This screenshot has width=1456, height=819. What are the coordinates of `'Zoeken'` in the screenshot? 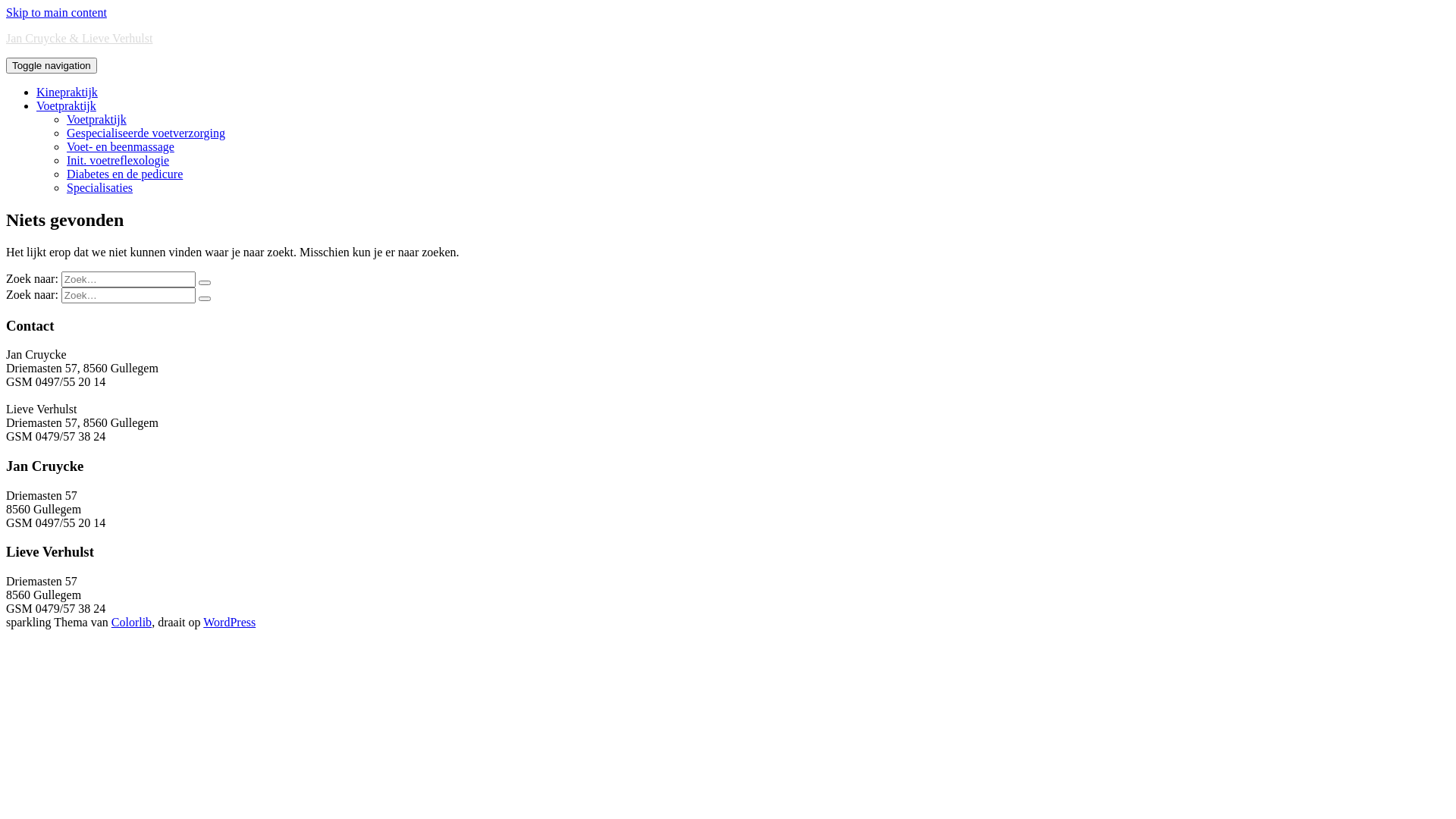 It's located at (203, 298).